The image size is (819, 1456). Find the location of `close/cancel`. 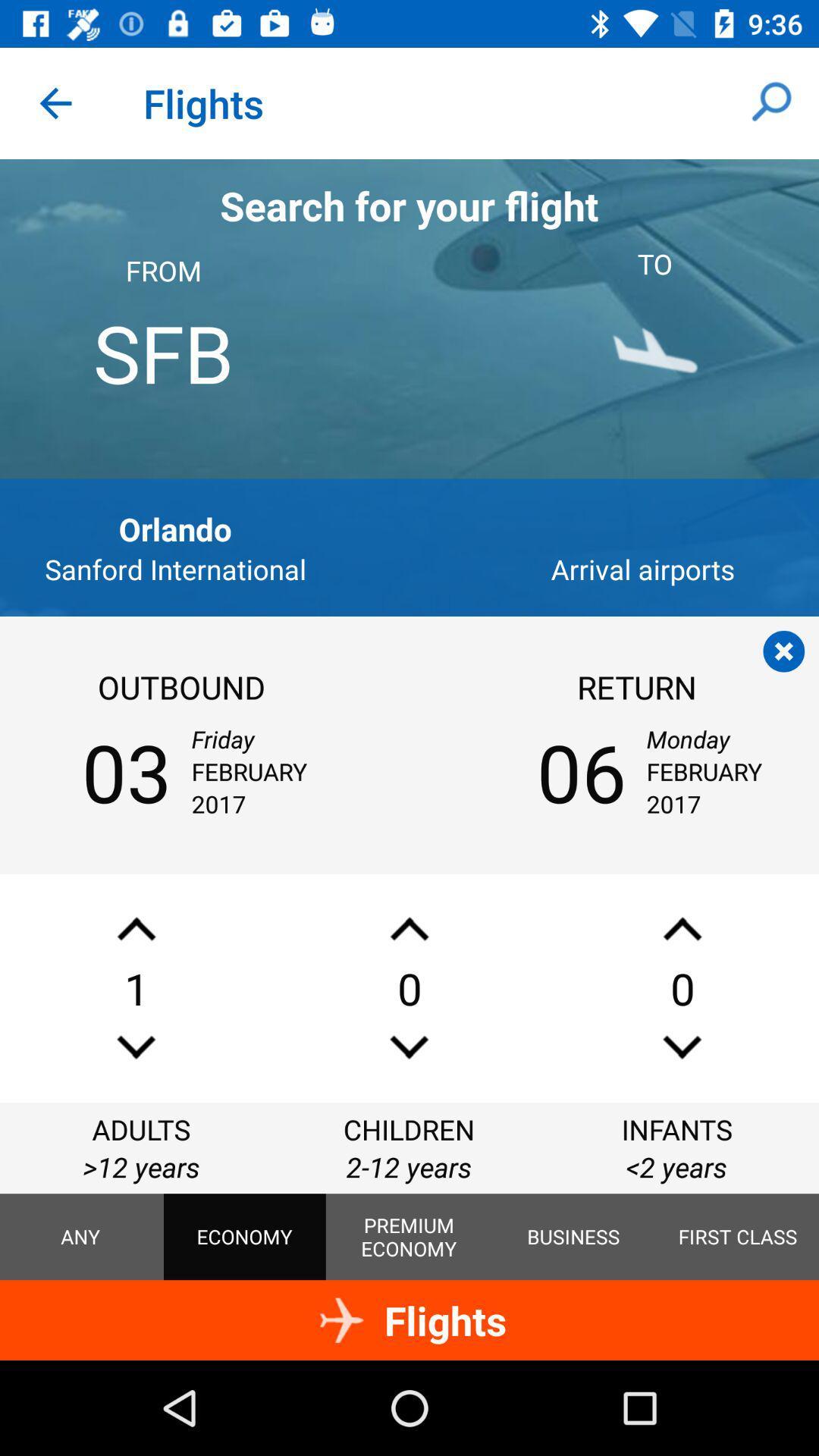

close/cancel is located at coordinates (783, 651).